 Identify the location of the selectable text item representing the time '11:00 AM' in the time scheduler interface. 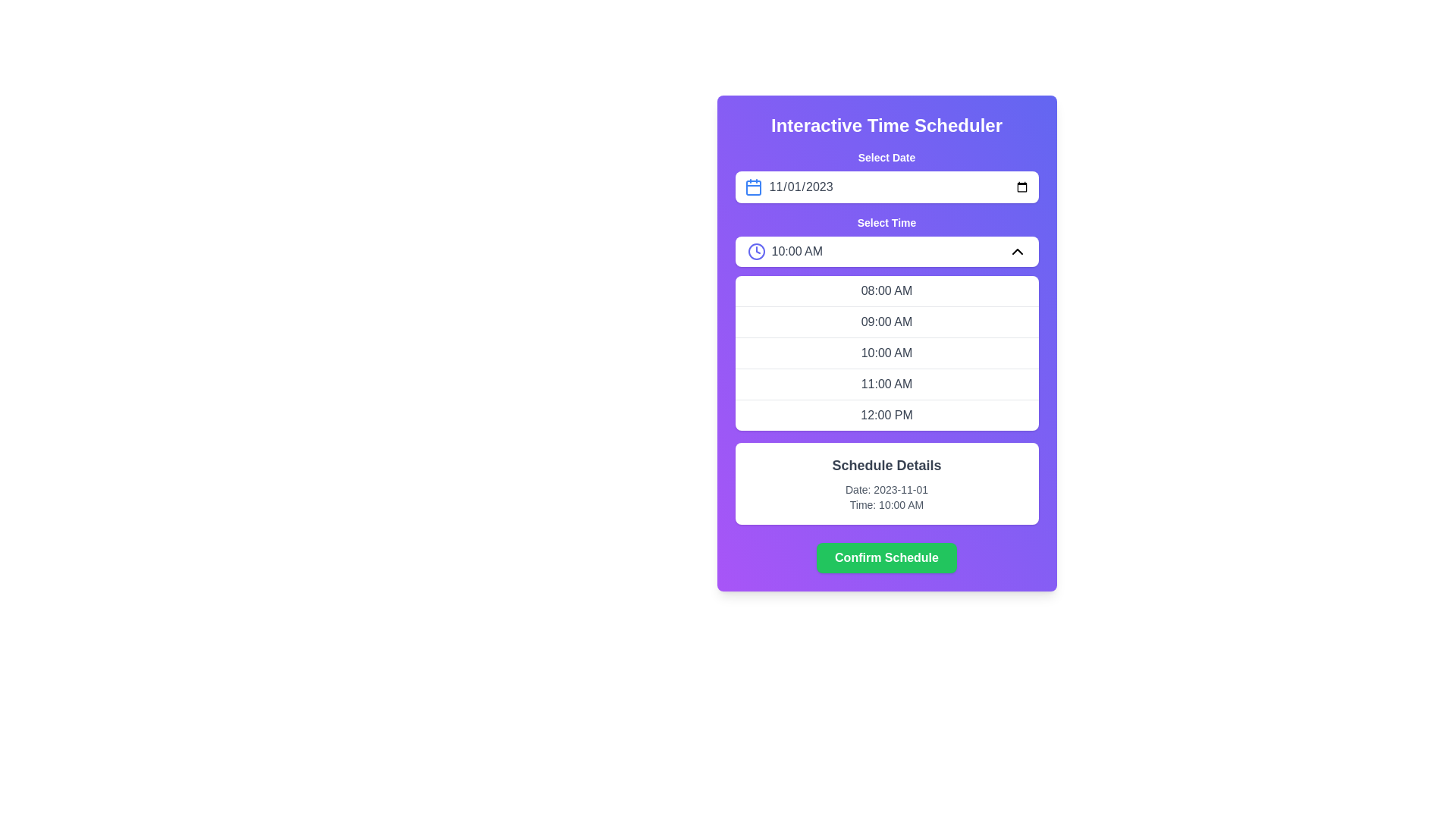
(886, 383).